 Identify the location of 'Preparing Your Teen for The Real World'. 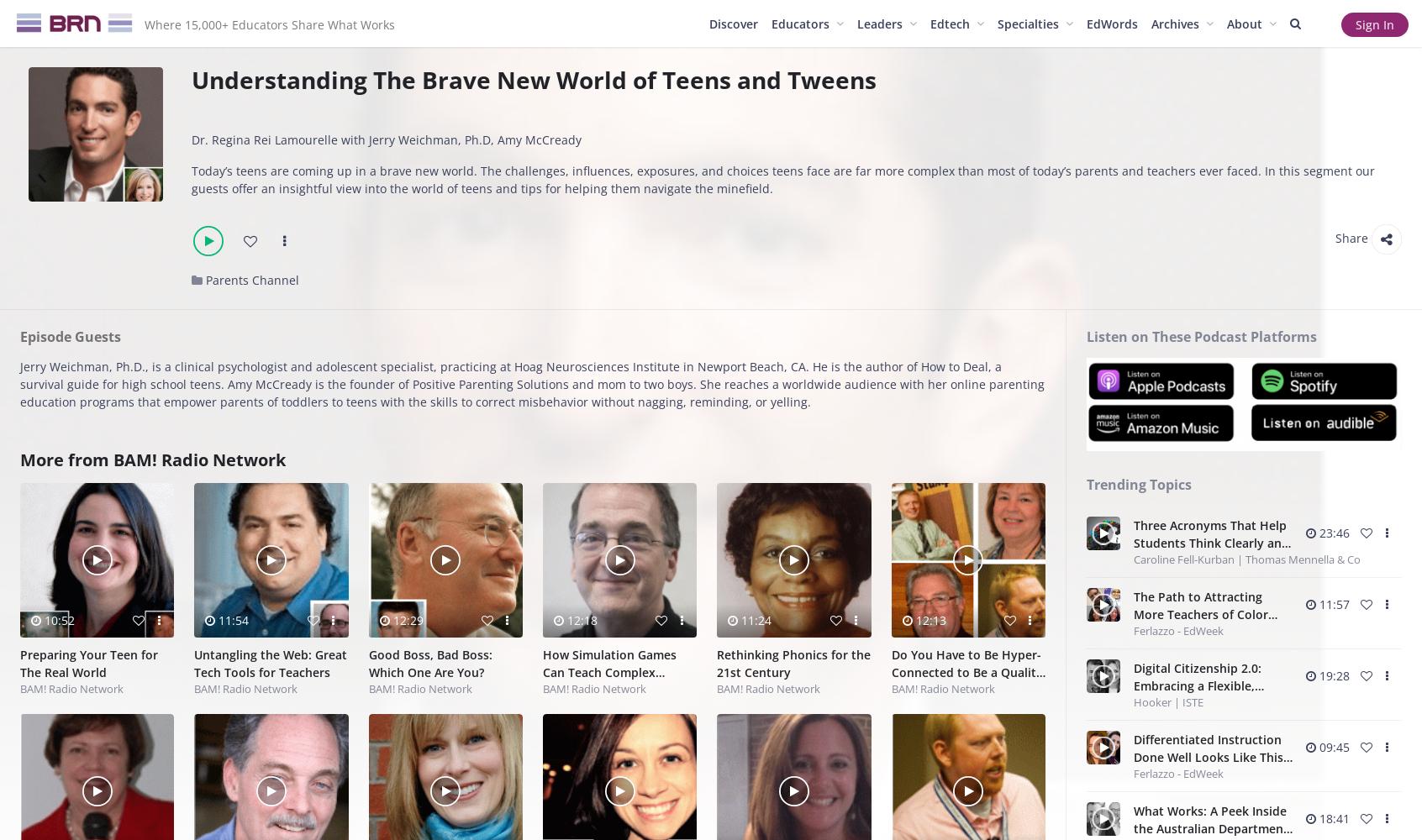
(88, 663).